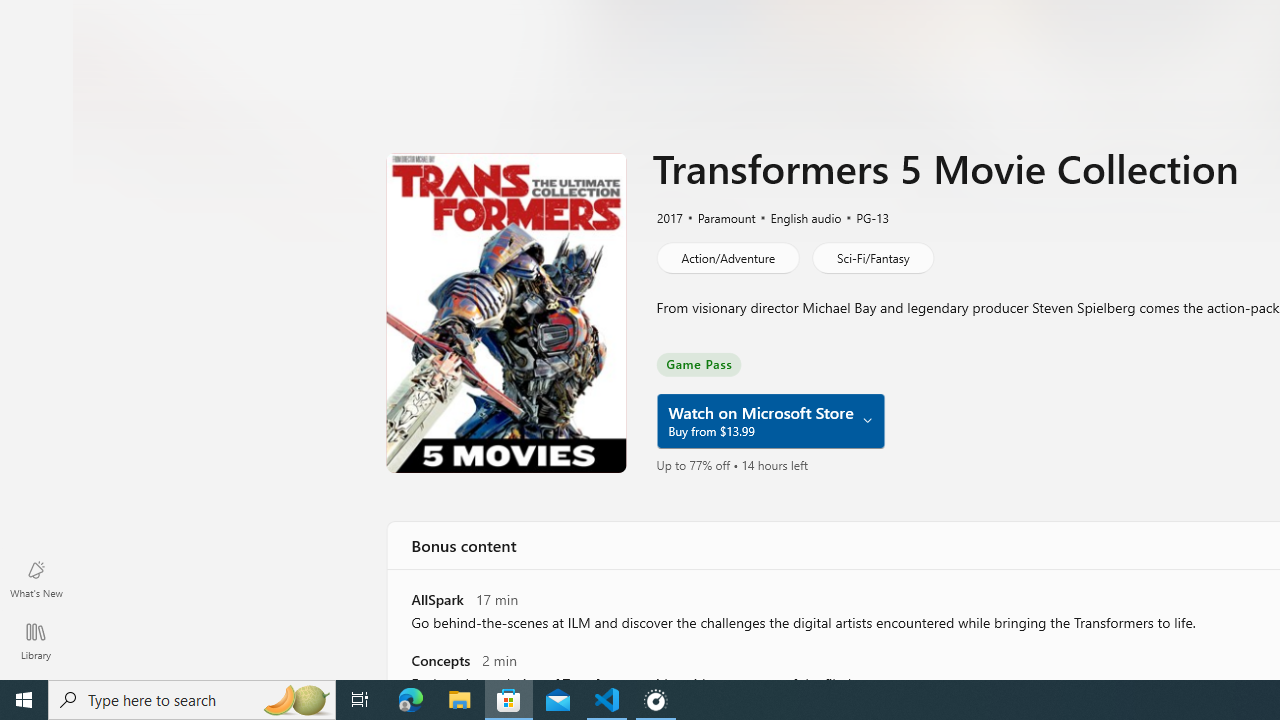 This screenshot has width=1280, height=720. I want to click on 'PG-13', so click(863, 217).